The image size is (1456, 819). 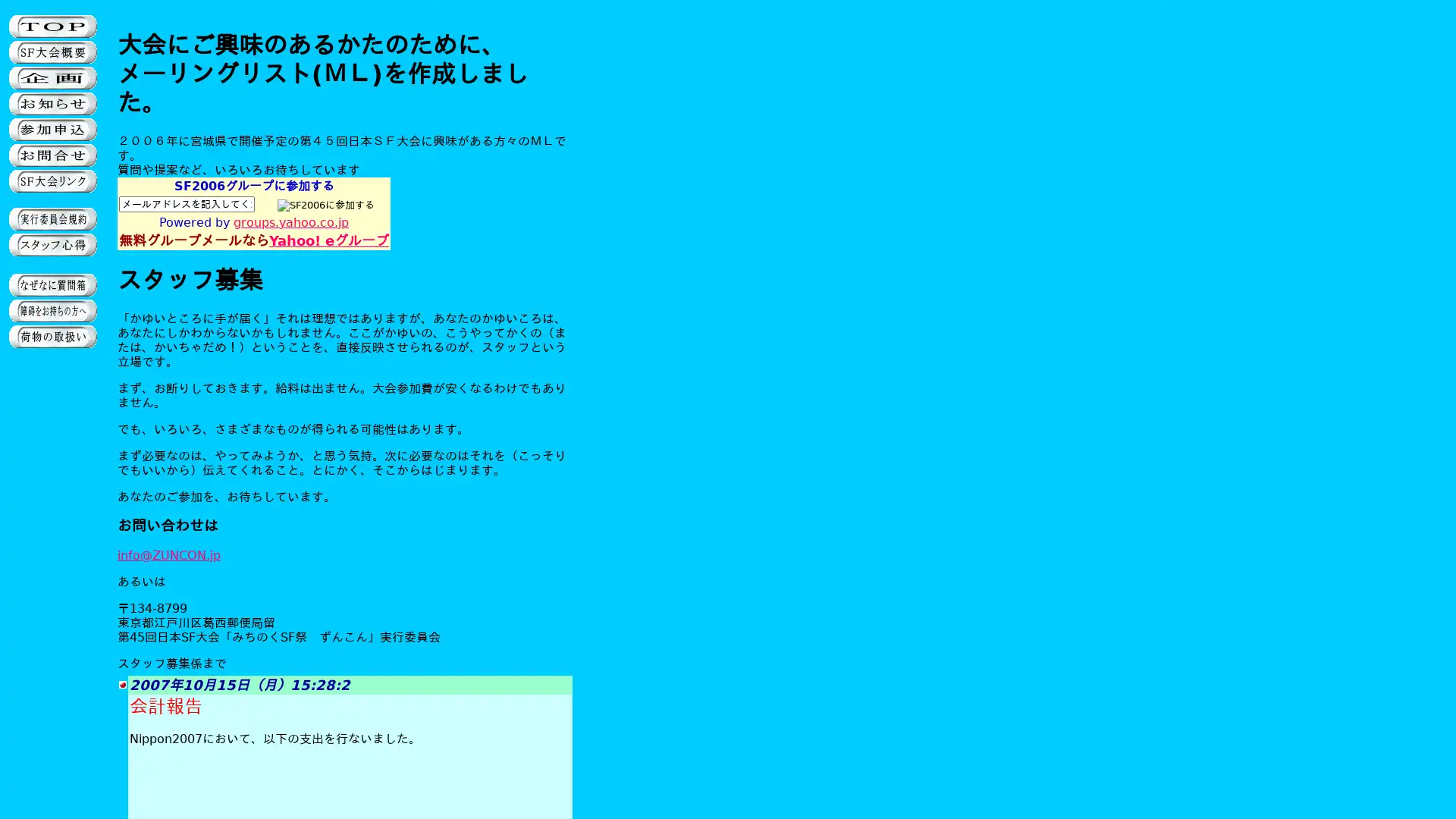 I want to click on SF2006, so click(x=325, y=205).